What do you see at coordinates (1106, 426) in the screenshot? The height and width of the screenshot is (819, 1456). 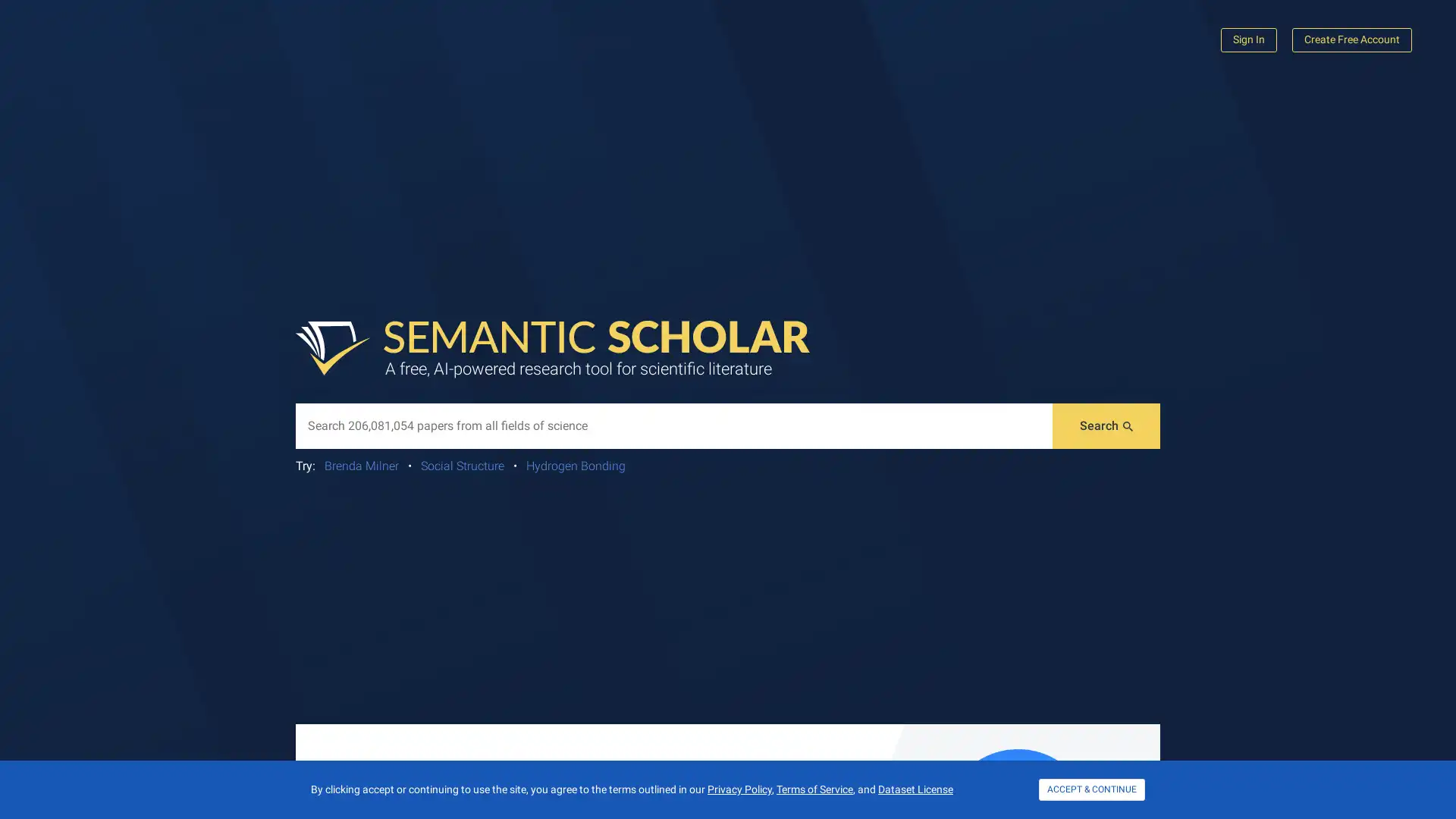 I see `Submit` at bounding box center [1106, 426].